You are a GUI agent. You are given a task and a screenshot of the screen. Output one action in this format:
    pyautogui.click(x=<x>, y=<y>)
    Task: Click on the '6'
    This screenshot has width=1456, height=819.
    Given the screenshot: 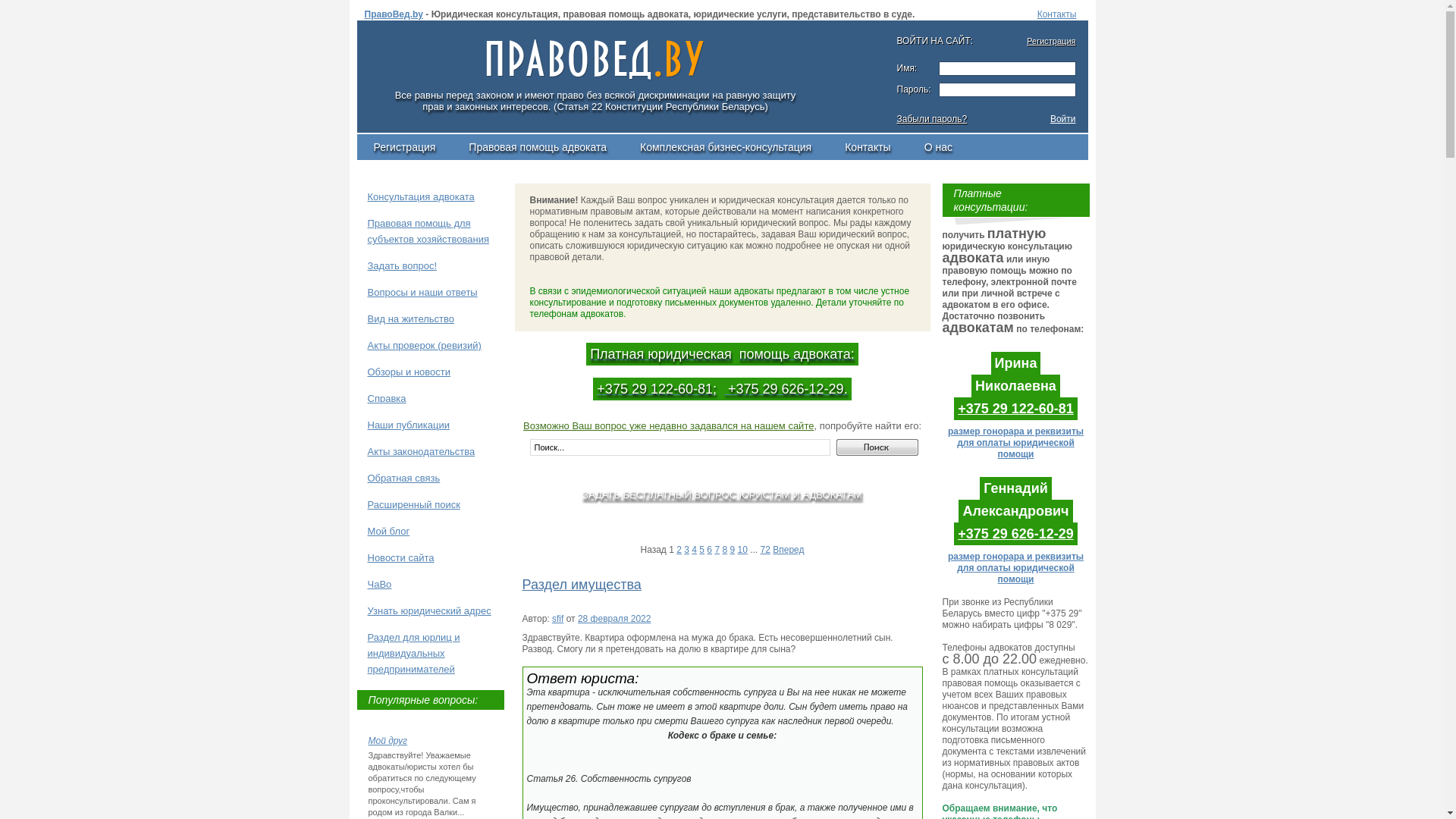 What is the action you would take?
    pyautogui.click(x=708, y=550)
    